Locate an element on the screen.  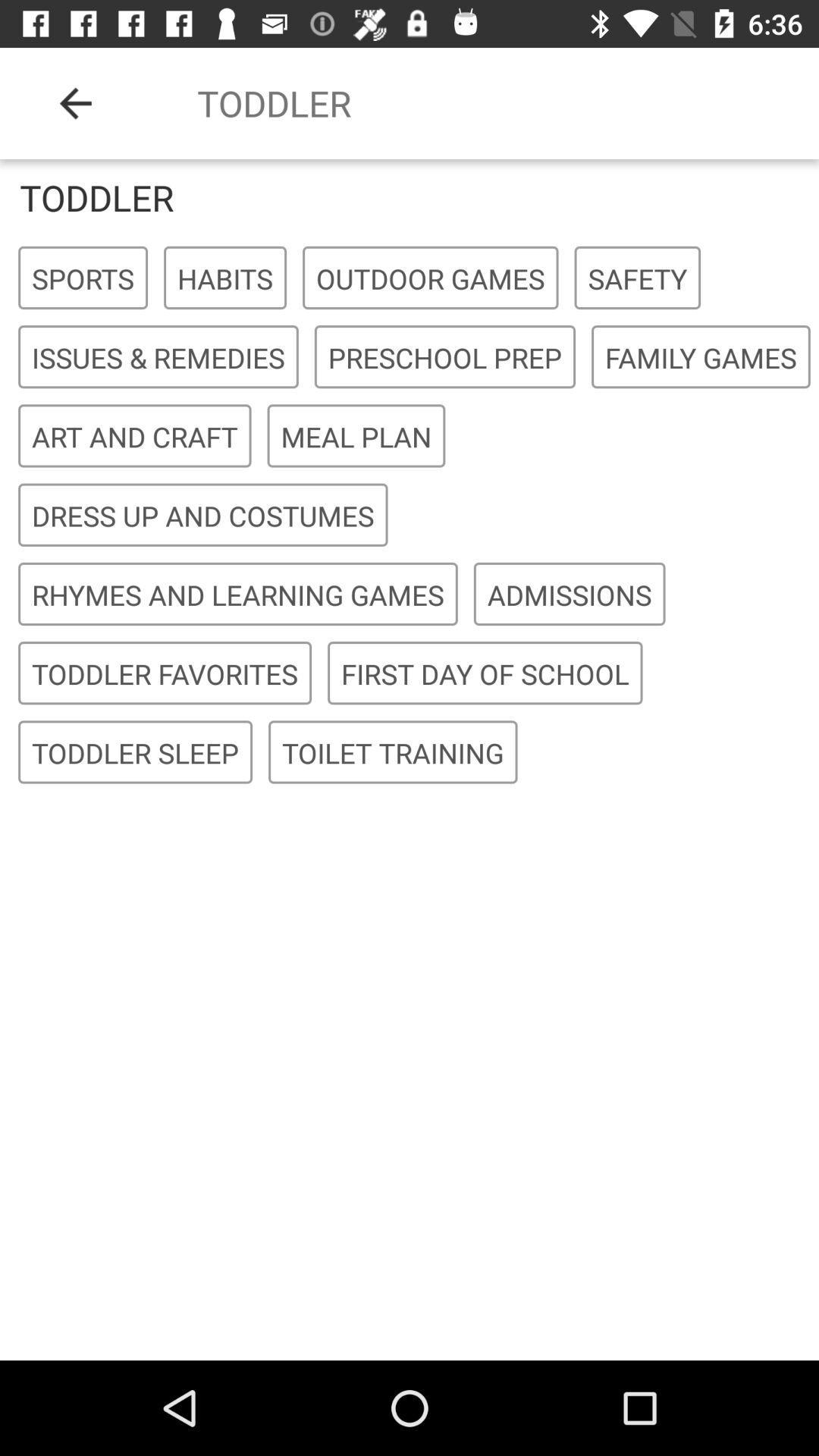
the preschool prep is located at coordinates (444, 356).